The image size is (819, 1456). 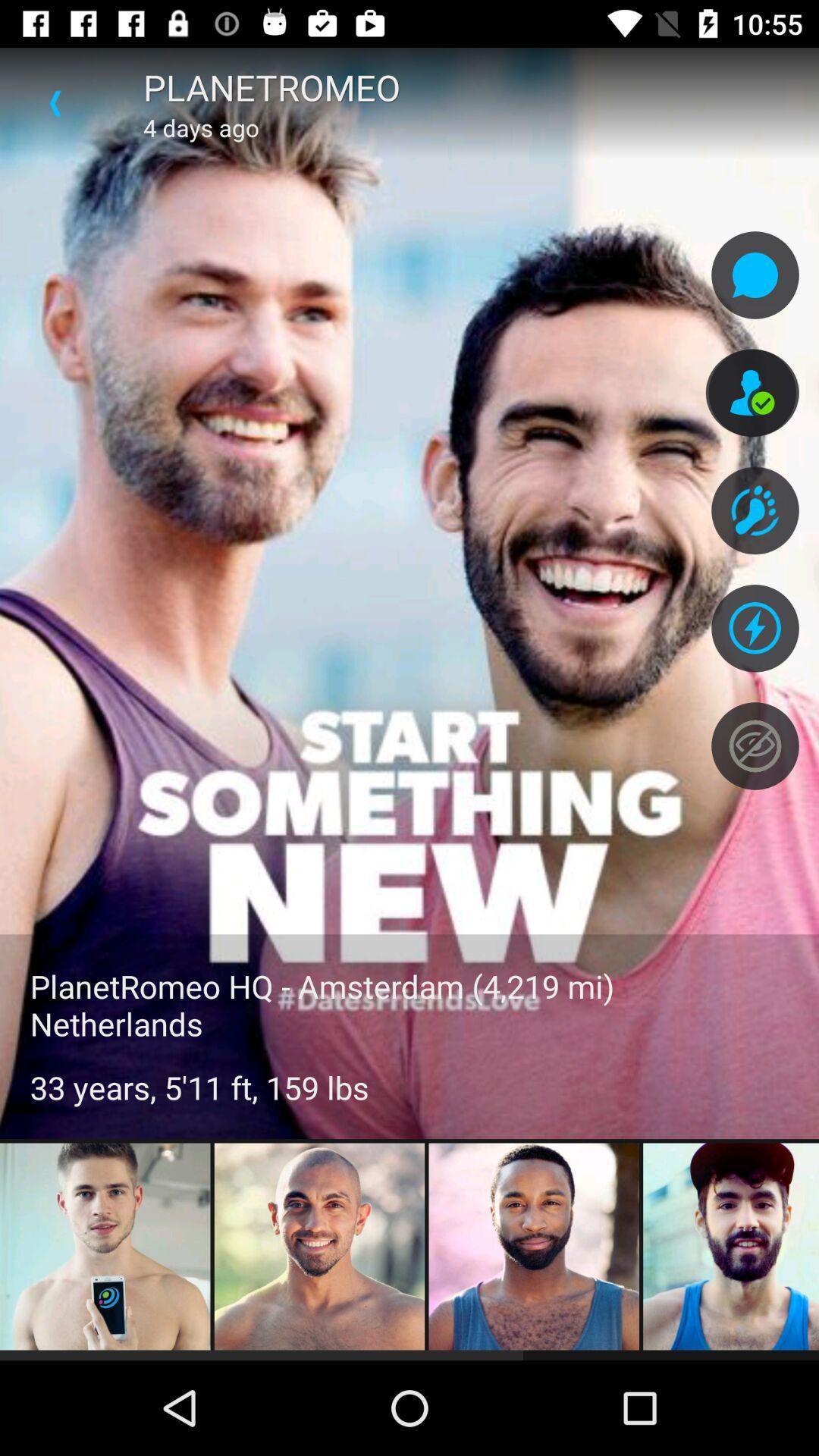 What do you see at coordinates (55, 102) in the screenshot?
I see `the icon to the left of planetromeo icon` at bounding box center [55, 102].